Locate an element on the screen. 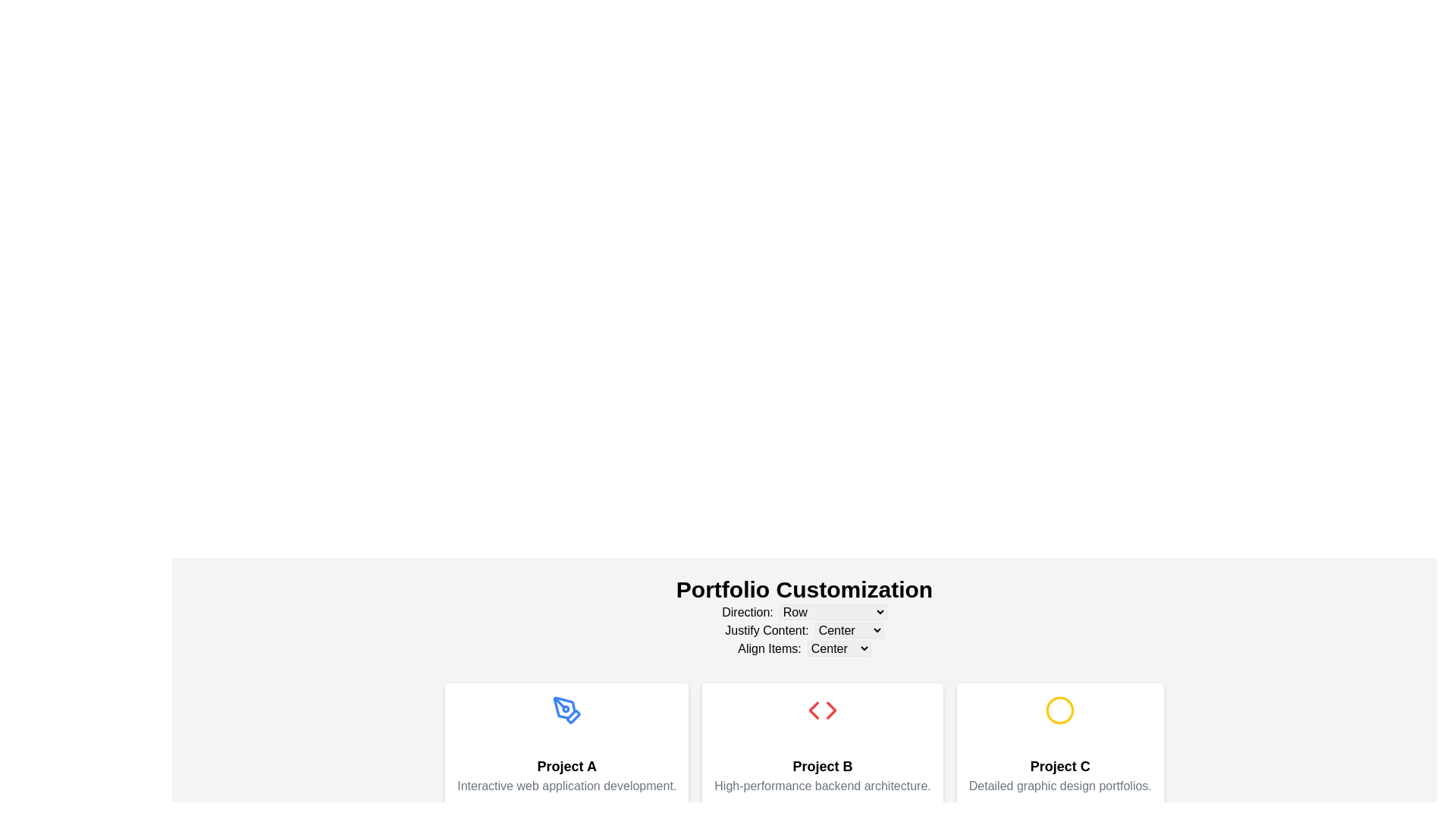 Image resolution: width=1456 pixels, height=819 pixels. the gray centered text that reads 'Interactive web application development.' located below the title 'Project A' in the lower section of the 'Project A' card is located at coordinates (566, 786).